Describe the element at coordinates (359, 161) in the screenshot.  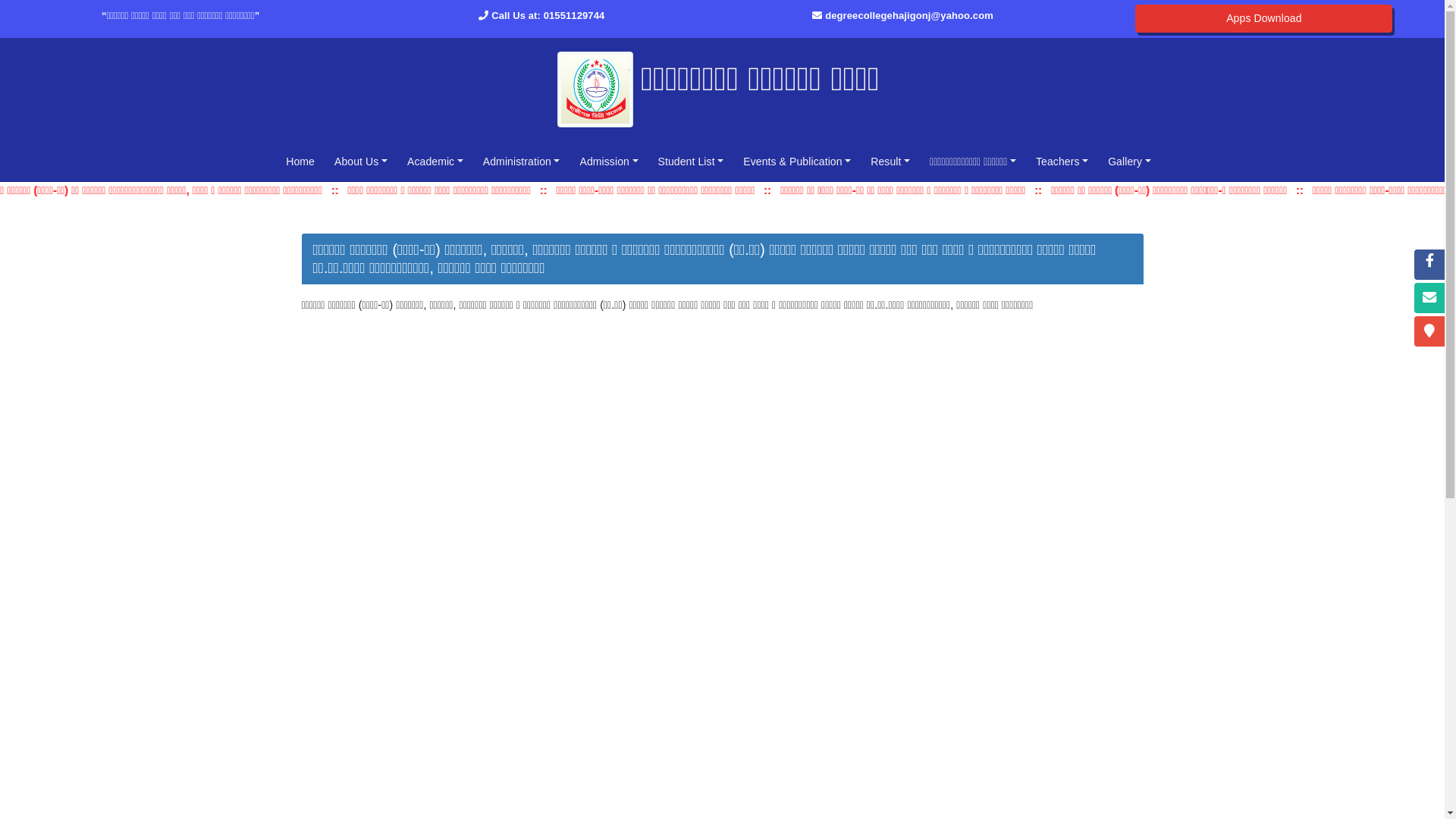
I see `'About Us'` at that location.